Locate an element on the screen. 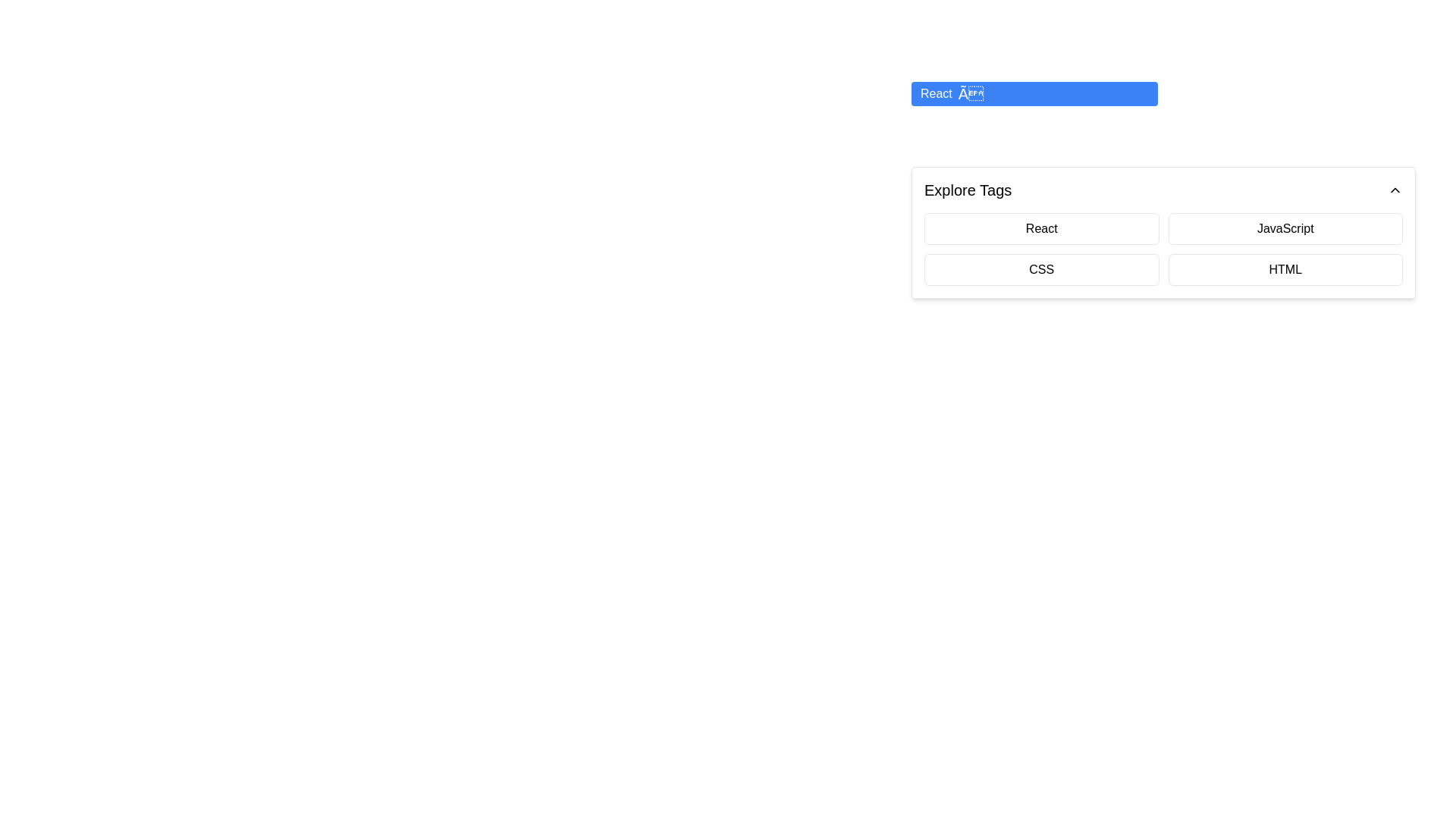 The image size is (1456, 819). the tag selection component located is located at coordinates (1163, 233).